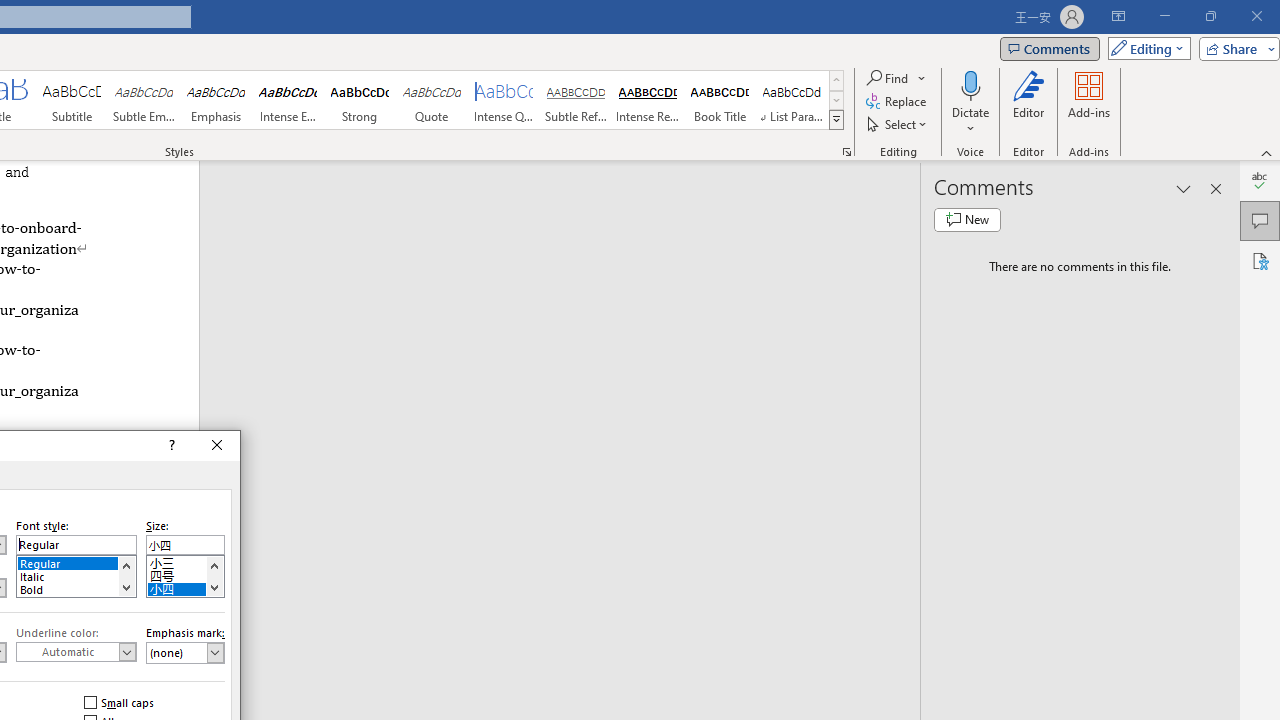 This screenshot has width=1280, height=720. I want to click on 'Class: NetUIImage', so click(837, 119).